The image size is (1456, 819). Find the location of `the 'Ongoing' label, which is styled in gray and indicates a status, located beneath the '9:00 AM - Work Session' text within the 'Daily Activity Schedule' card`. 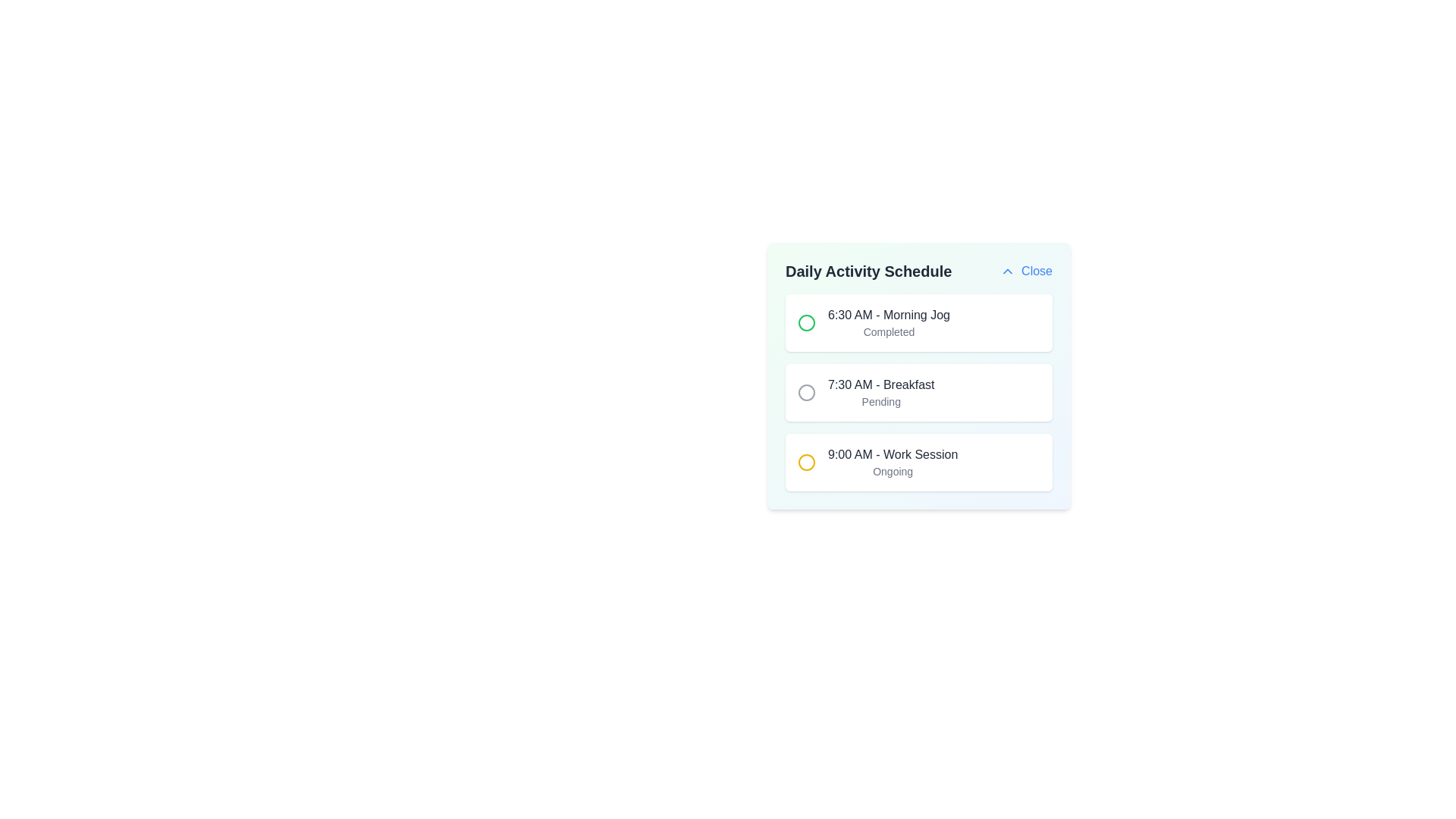

the 'Ongoing' label, which is styled in gray and indicates a status, located beneath the '9:00 AM - Work Session' text within the 'Daily Activity Schedule' card is located at coordinates (893, 470).